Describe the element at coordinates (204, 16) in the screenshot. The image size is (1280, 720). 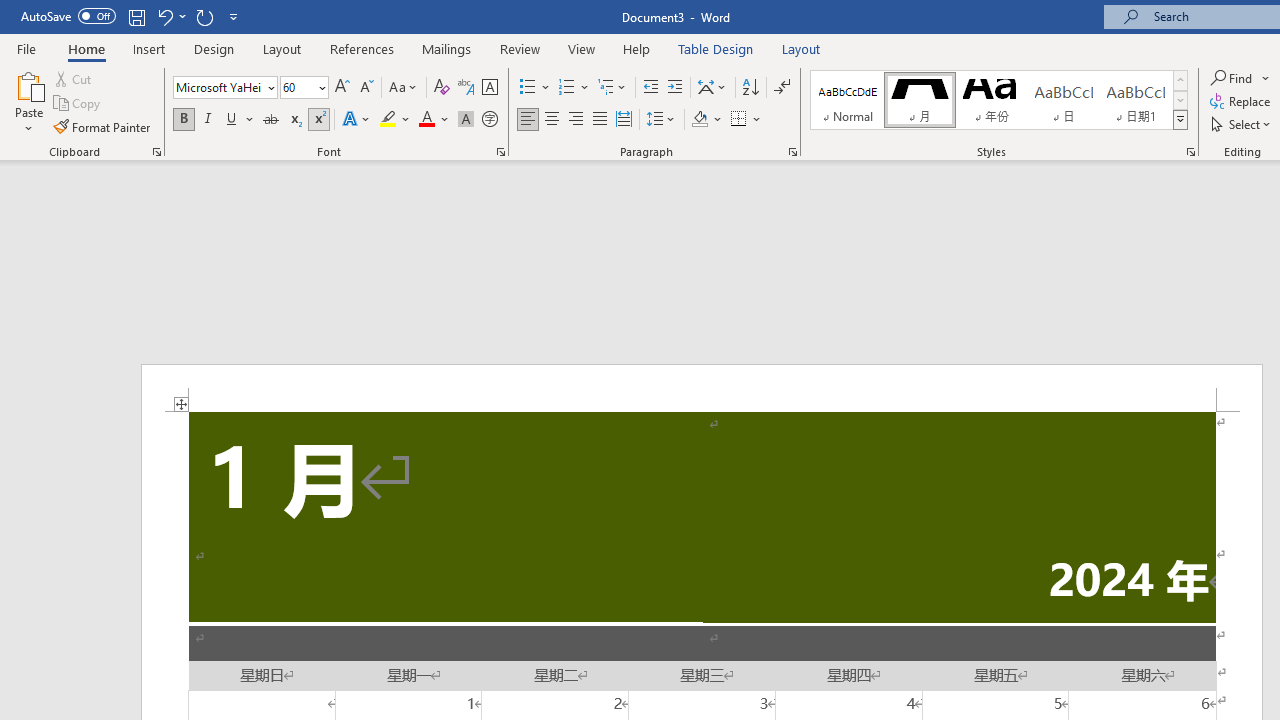
I see `'Repeat Superscript'` at that location.